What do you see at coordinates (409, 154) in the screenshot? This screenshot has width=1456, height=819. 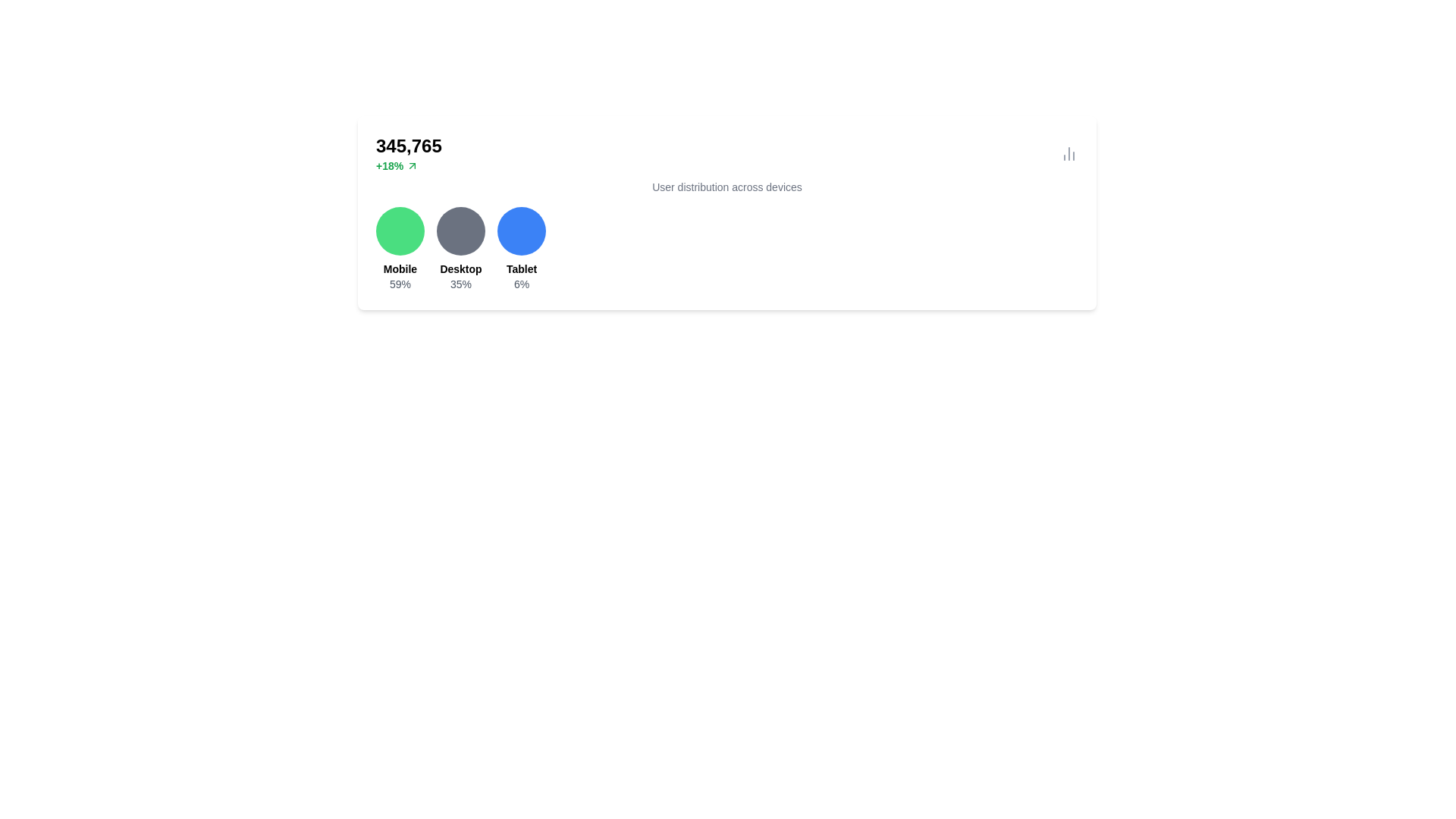 I see `the text display element showing numeric and percentage indicators located near the top-left corner of the user distribution statistics section` at bounding box center [409, 154].